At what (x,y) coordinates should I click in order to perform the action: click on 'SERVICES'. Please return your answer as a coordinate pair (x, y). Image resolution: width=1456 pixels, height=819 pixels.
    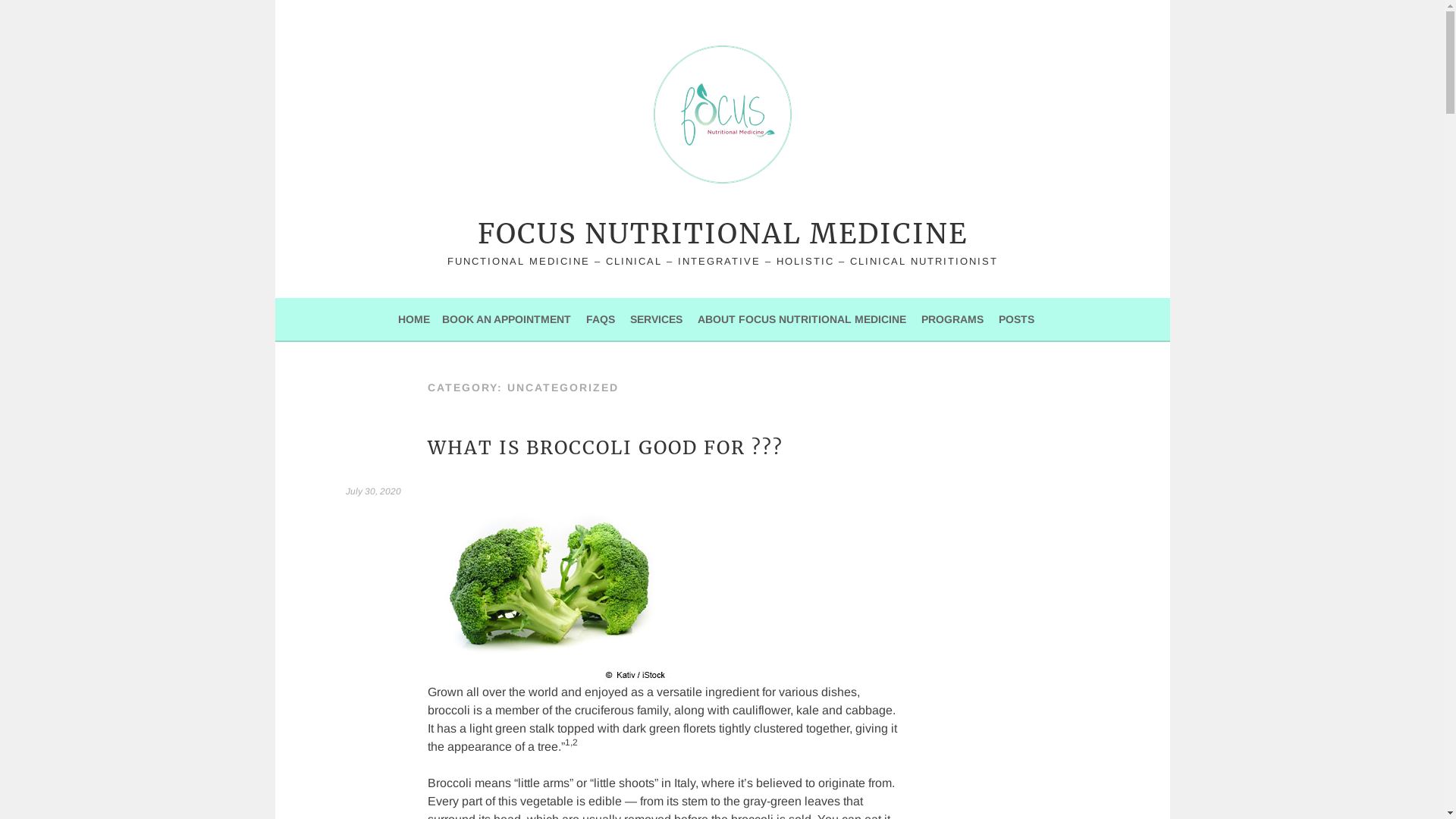
    Looking at the image, I should click on (629, 318).